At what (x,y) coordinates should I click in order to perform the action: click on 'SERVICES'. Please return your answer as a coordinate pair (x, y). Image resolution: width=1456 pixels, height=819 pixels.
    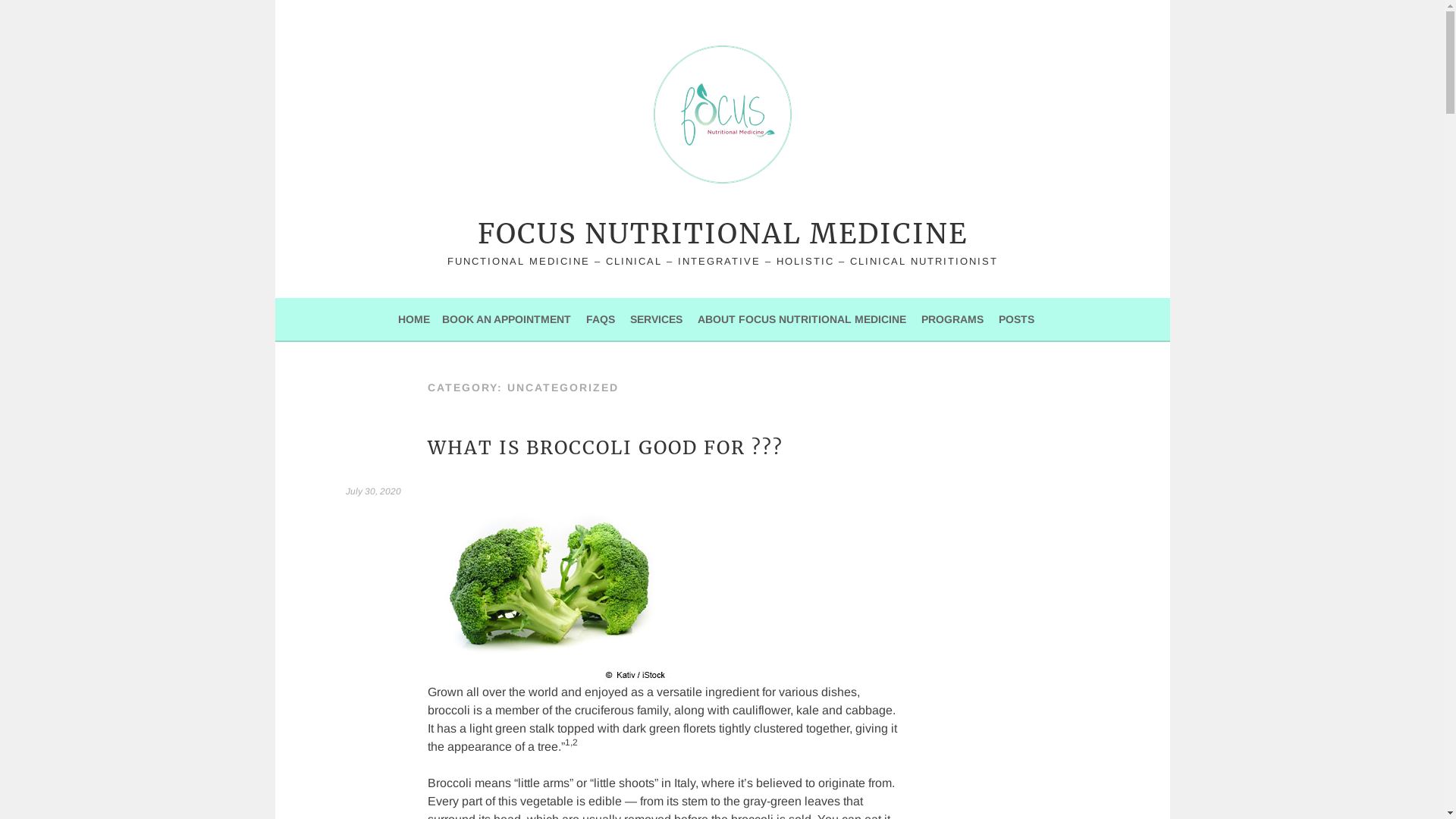
    Looking at the image, I should click on (629, 318).